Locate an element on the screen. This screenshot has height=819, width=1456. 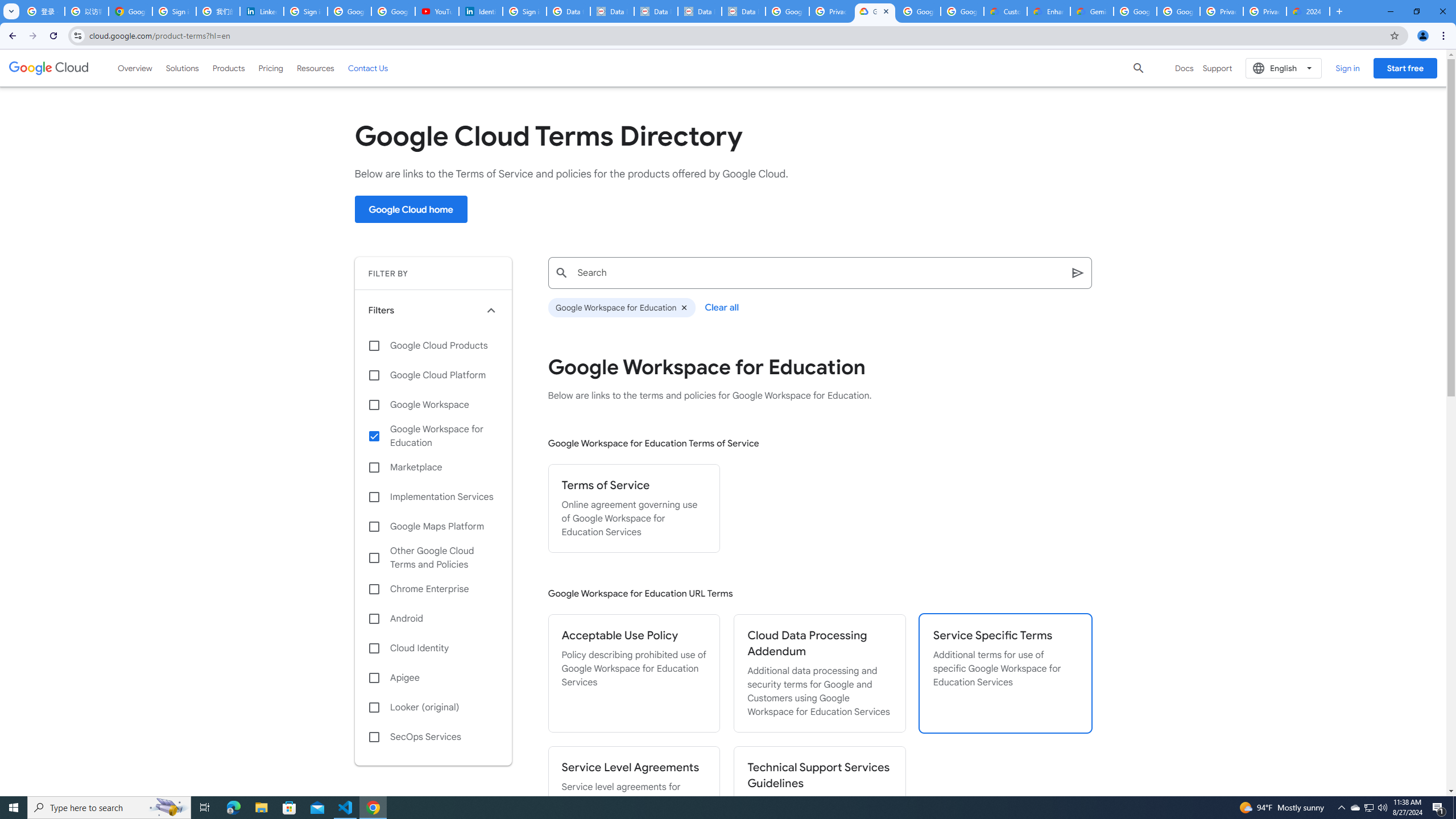
'Solutions' is located at coordinates (181, 67).